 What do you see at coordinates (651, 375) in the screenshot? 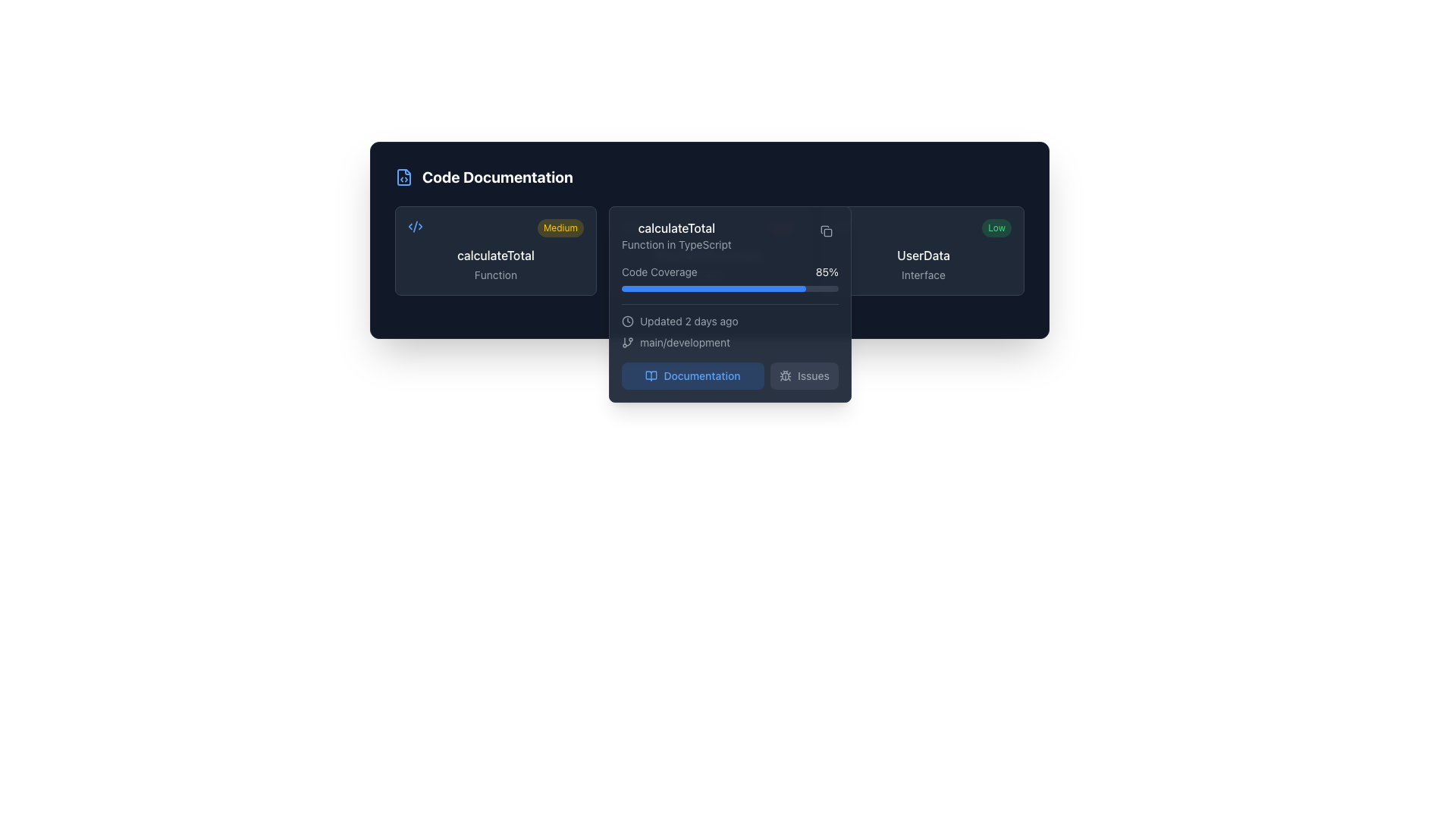
I see `the SVG icon styled as an open book, located in the top left corner of the context panel, above the 'Code Documentation' label` at bounding box center [651, 375].